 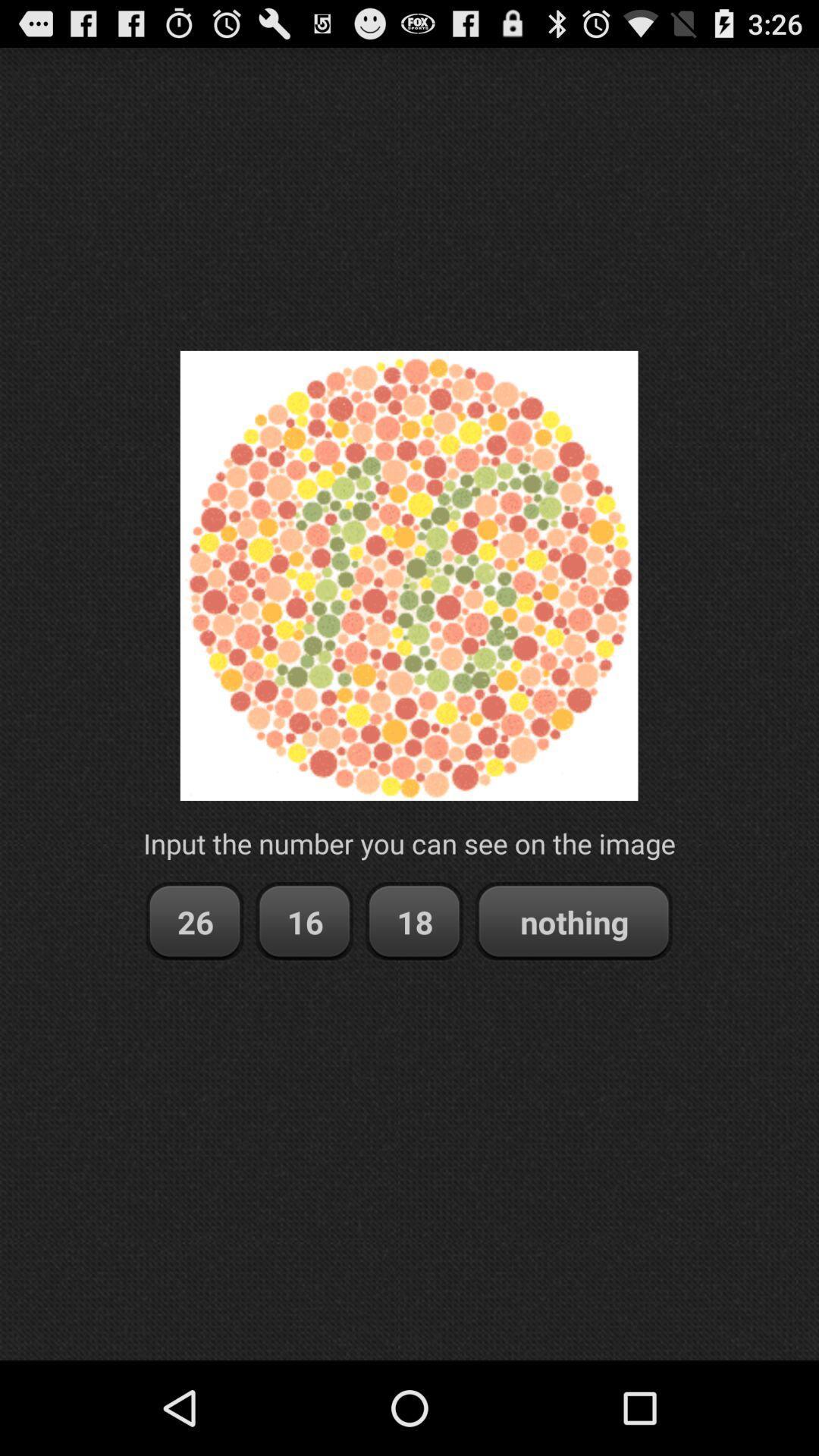 What do you see at coordinates (193, 921) in the screenshot?
I see `the item to the left of the 16 item` at bounding box center [193, 921].